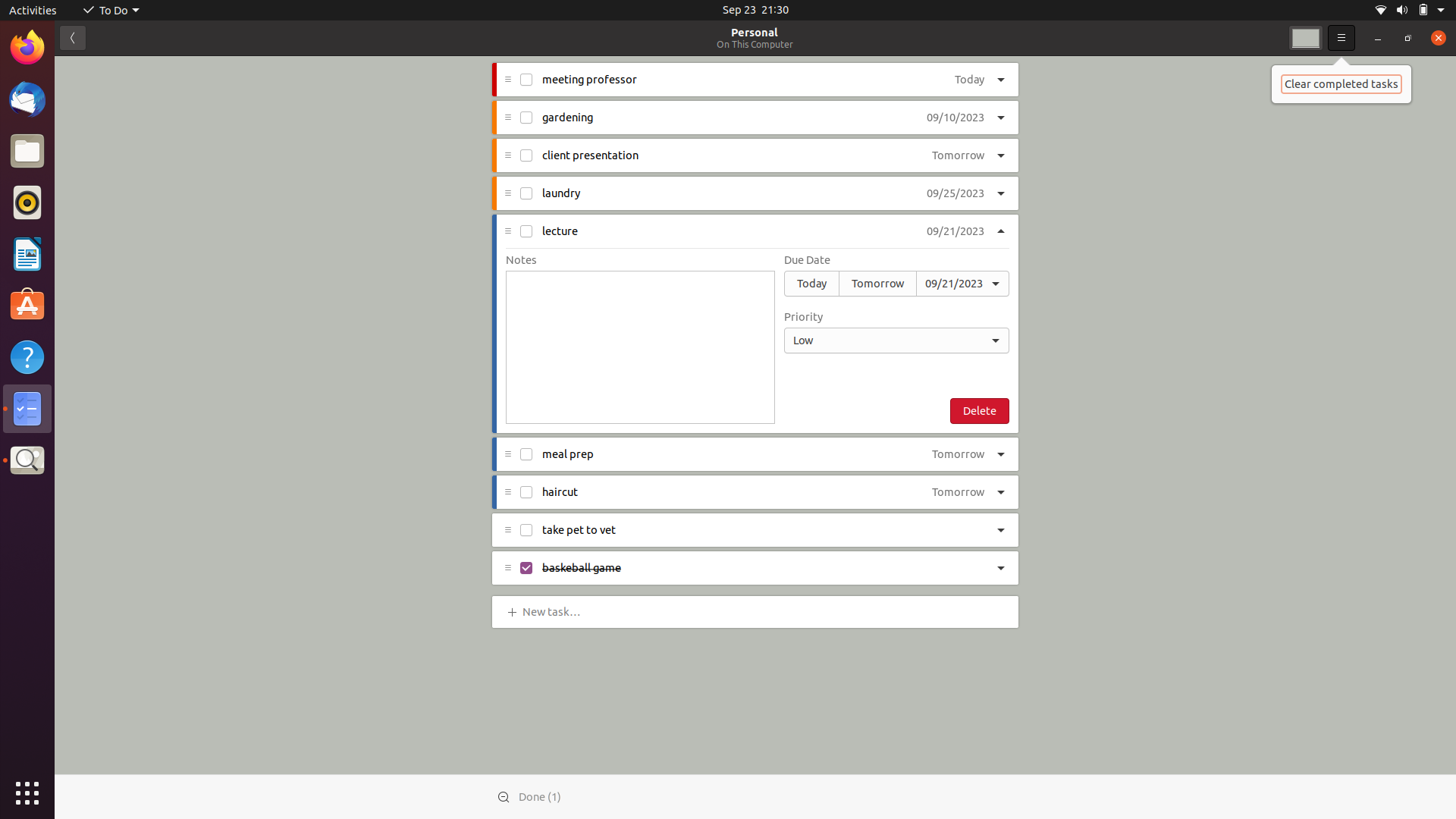 The height and width of the screenshot is (819, 1456). I want to click on Adjust the backdrop color to the second selection present in the drop-down menu, so click(1305, 37).